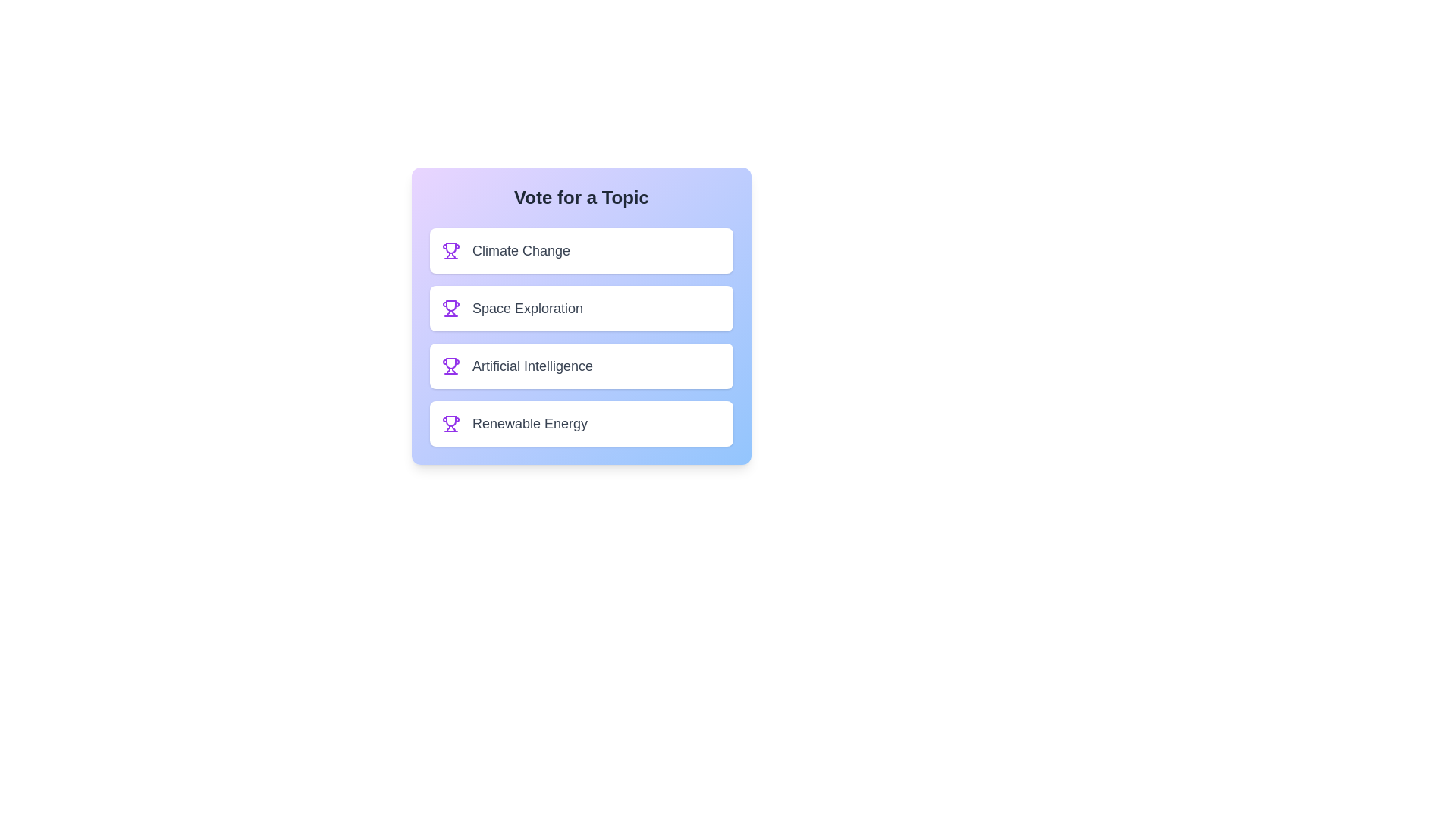 The image size is (1456, 819). I want to click on the text label titled 'Renewable Energy', which is the bottom-most option in a vertical list of topics beneath 'Artificial Intelligence', so click(530, 424).